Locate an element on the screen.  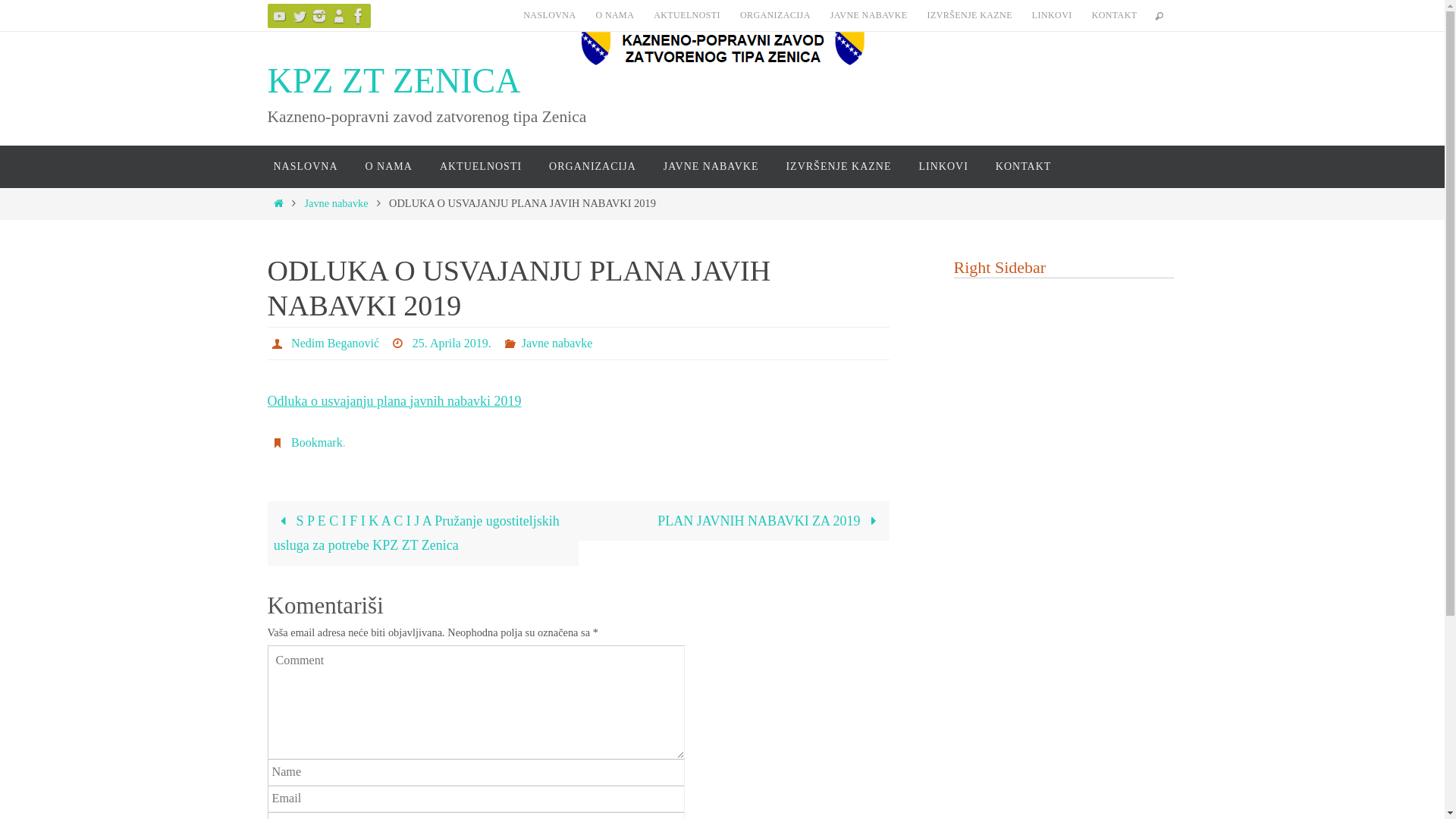
'PLAN JAVNIH NABAVKI ZA 2019' is located at coordinates (733, 519).